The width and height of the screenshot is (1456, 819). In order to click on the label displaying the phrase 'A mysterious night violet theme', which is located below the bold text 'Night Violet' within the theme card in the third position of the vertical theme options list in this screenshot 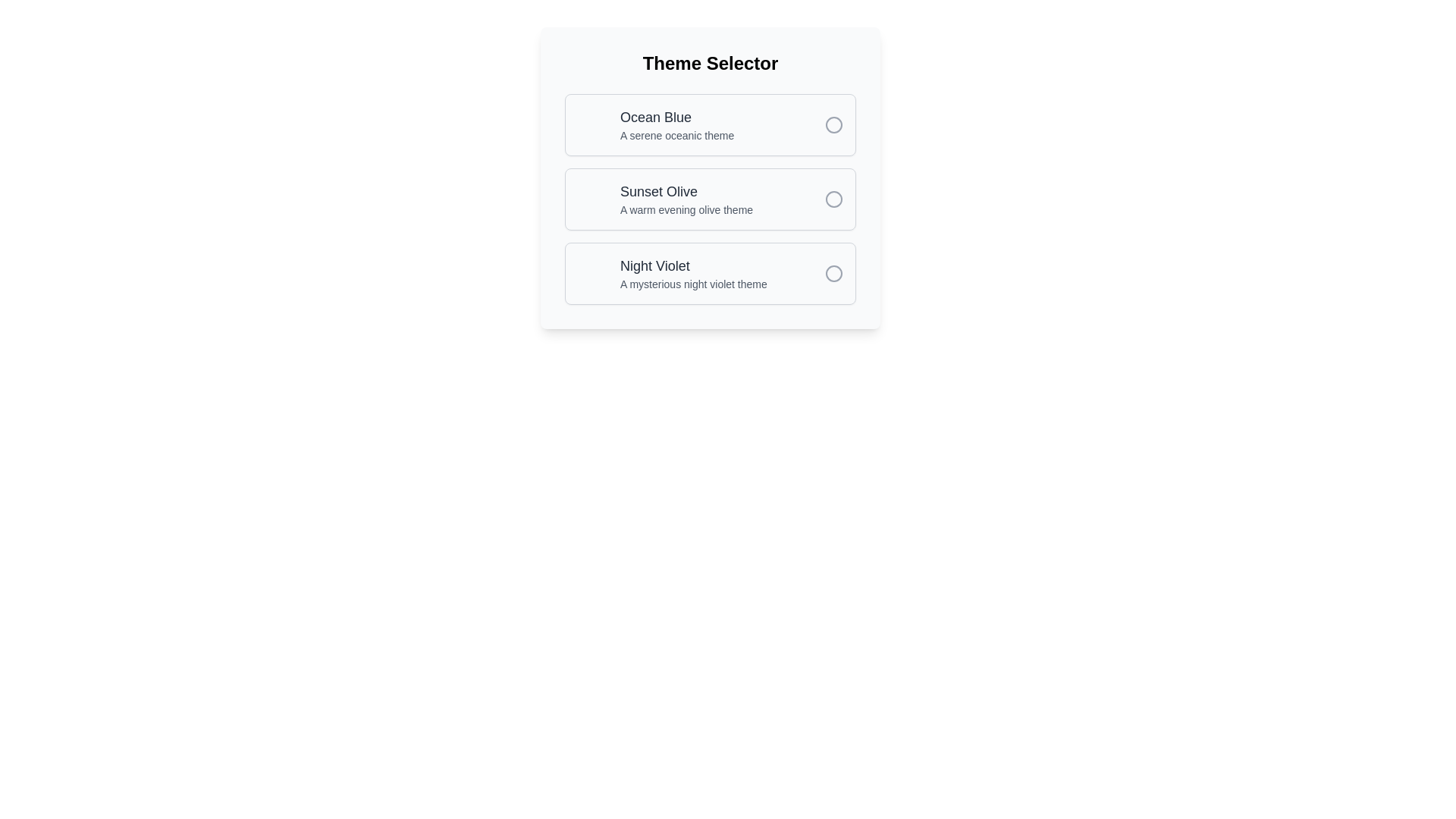, I will do `click(692, 284)`.